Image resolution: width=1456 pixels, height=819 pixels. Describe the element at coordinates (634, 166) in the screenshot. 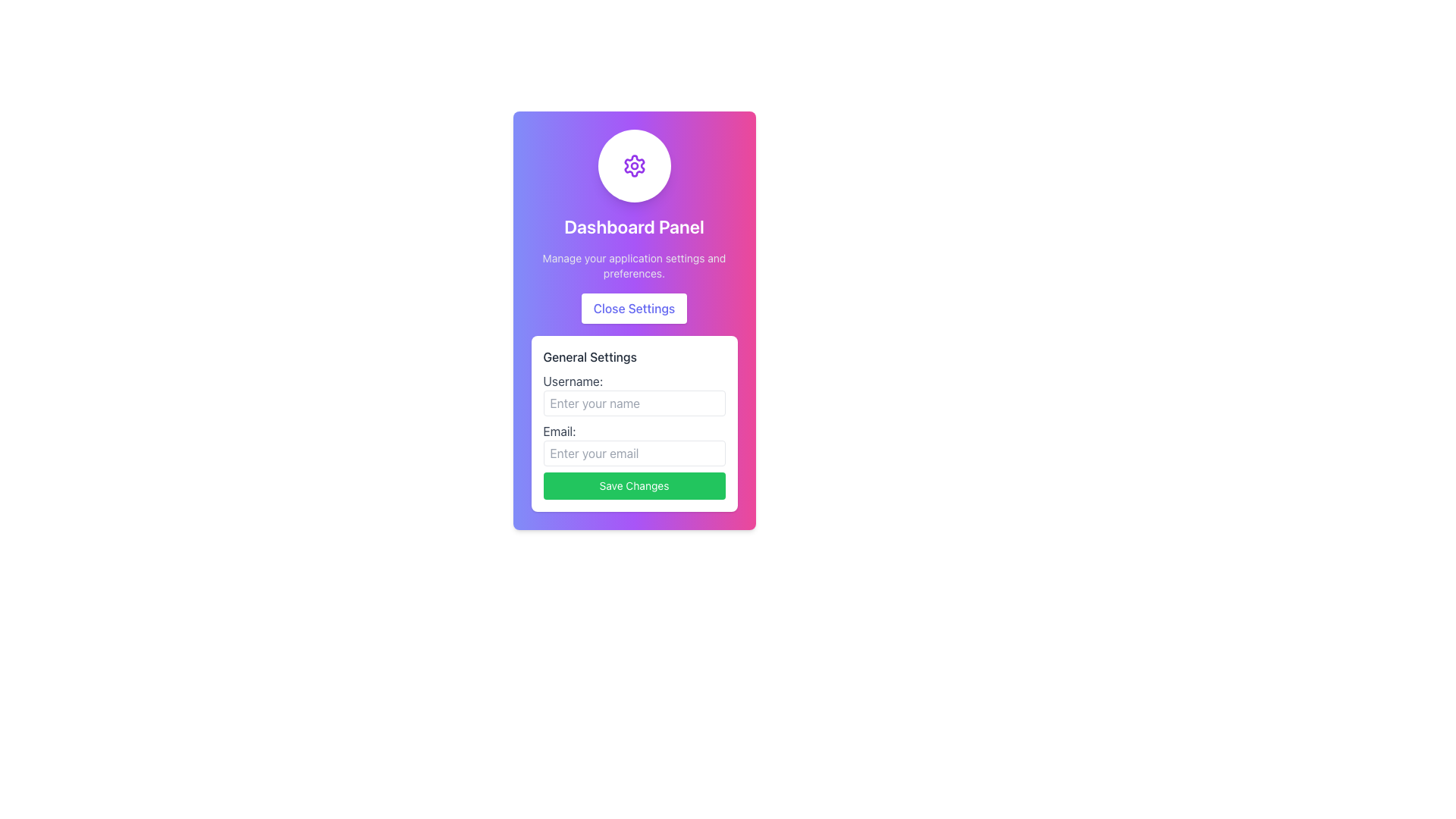

I see `the gear-like settings icon located at the top-center of the interface, above the 'Dashboard Panel' heading` at that location.